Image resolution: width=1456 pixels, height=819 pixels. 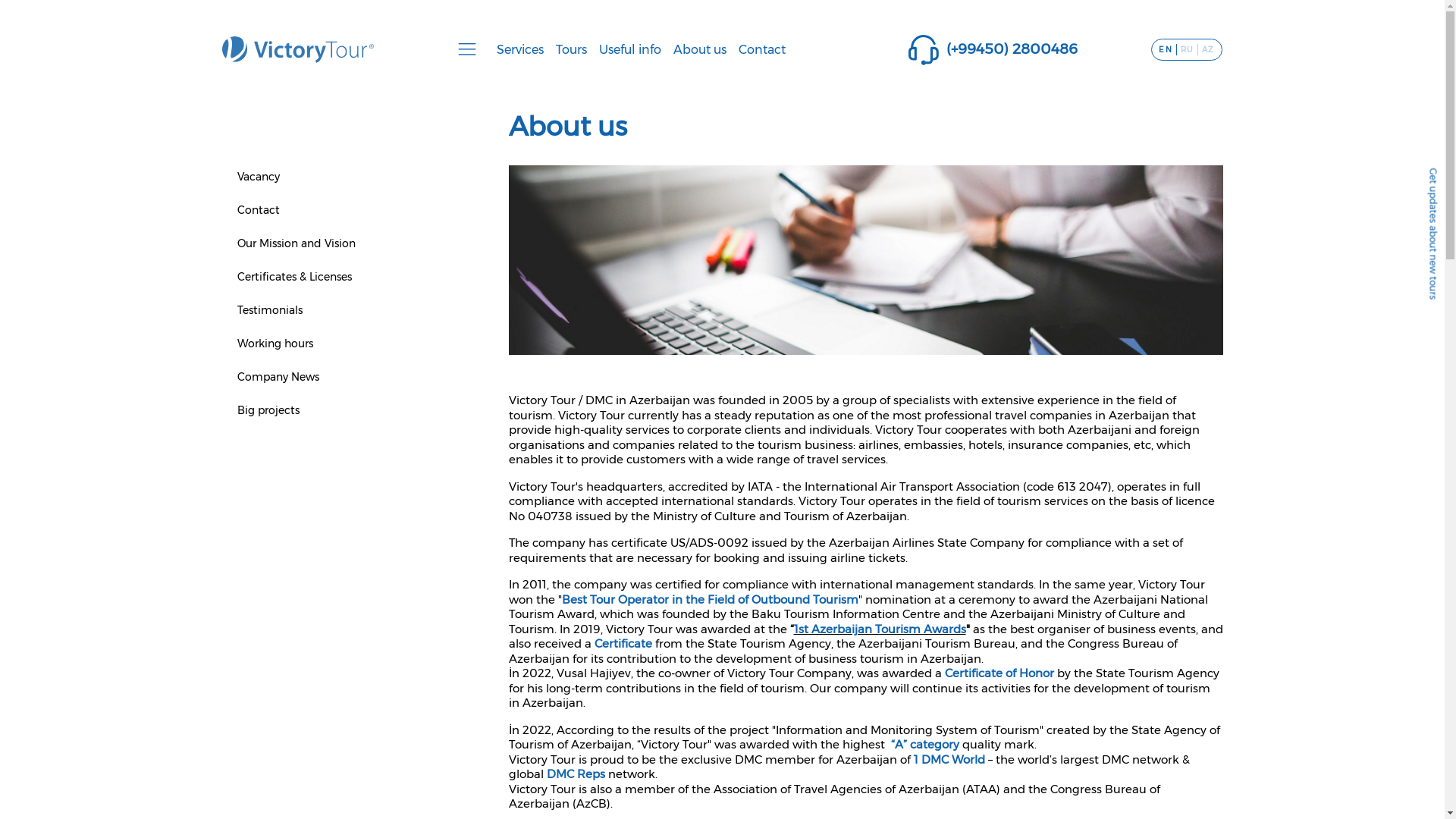 I want to click on 'DMC Reps', so click(x=576, y=773).